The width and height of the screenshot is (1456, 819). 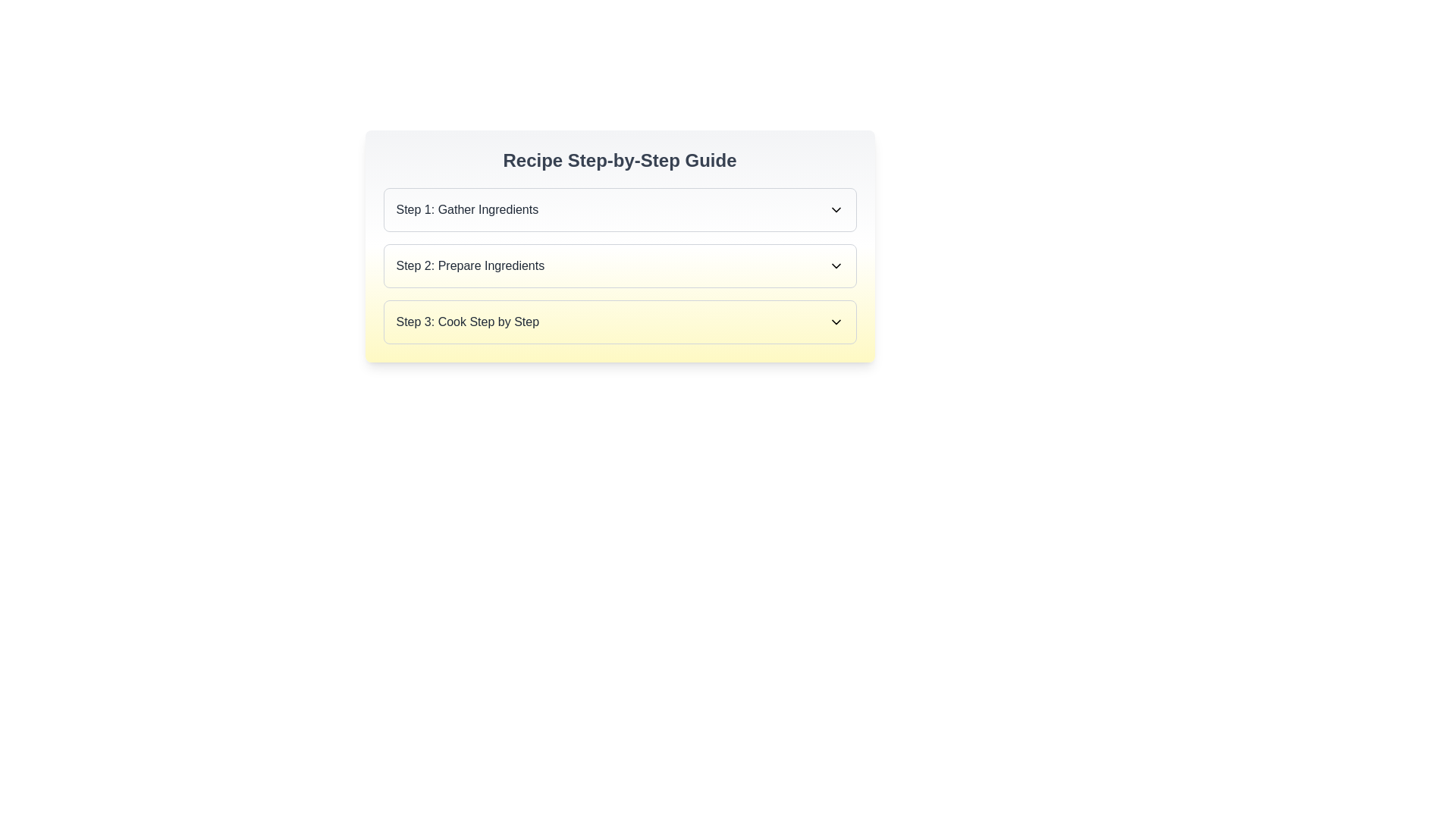 I want to click on the text label header that says 'Step 3: Cook Step by Step', which is styled in bold and appears dark gray on a yellowish background, located in the 'Recipe Step-by-Step Guide' menu structure, so click(x=466, y=321).